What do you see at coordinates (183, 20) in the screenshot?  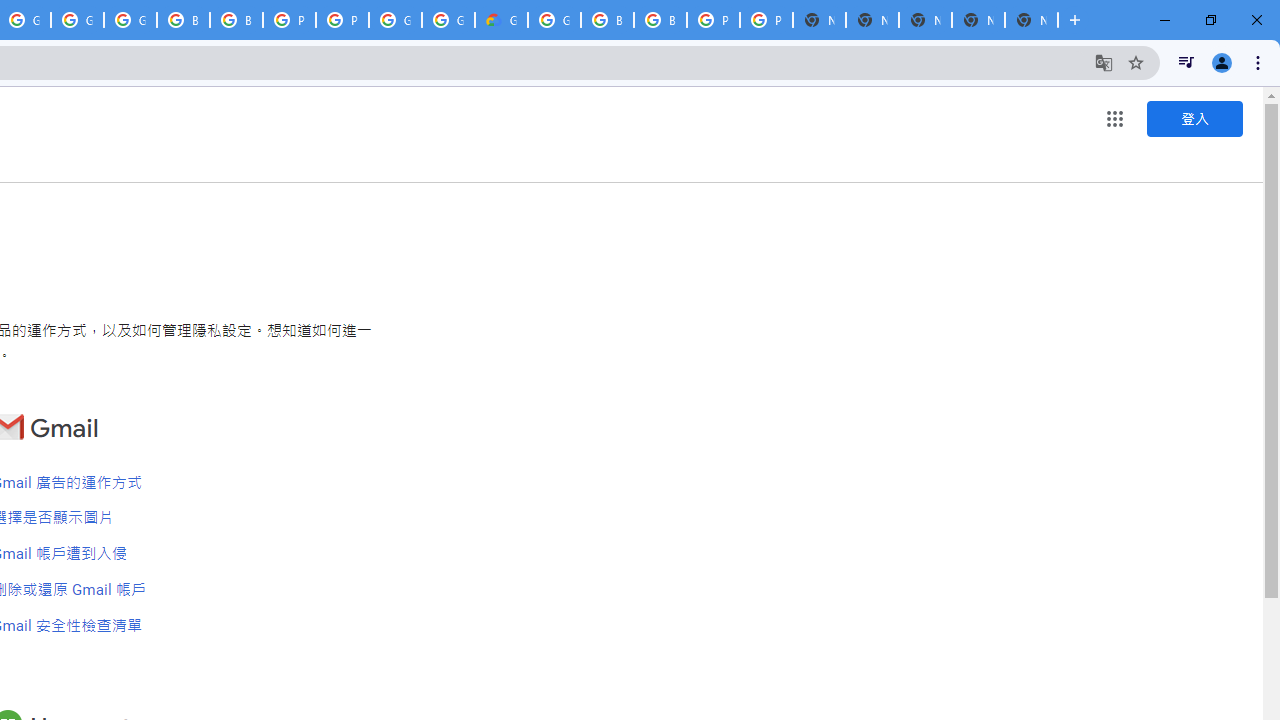 I see `'Browse Chrome as a guest - Computer - Google Chrome Help'` at bounding box center [183, 20].